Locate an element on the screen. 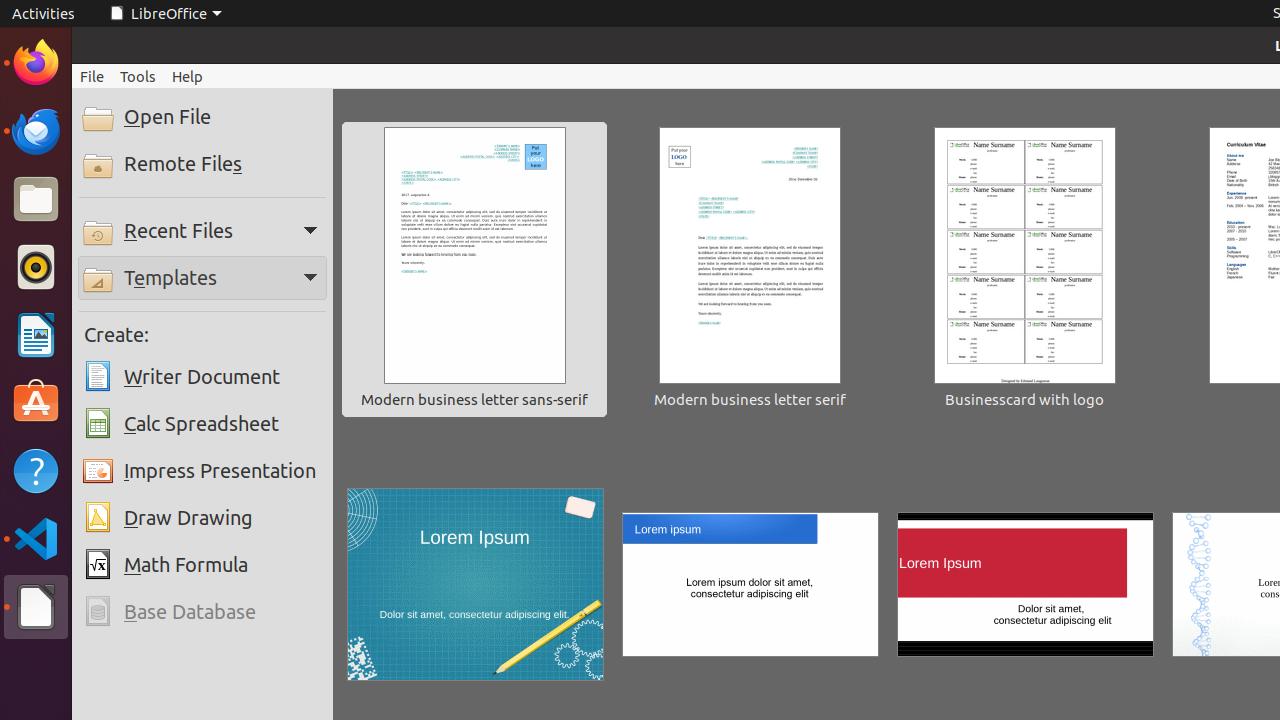 The image size is (1280, 720). 'File' is located at coordinates (91, 75).